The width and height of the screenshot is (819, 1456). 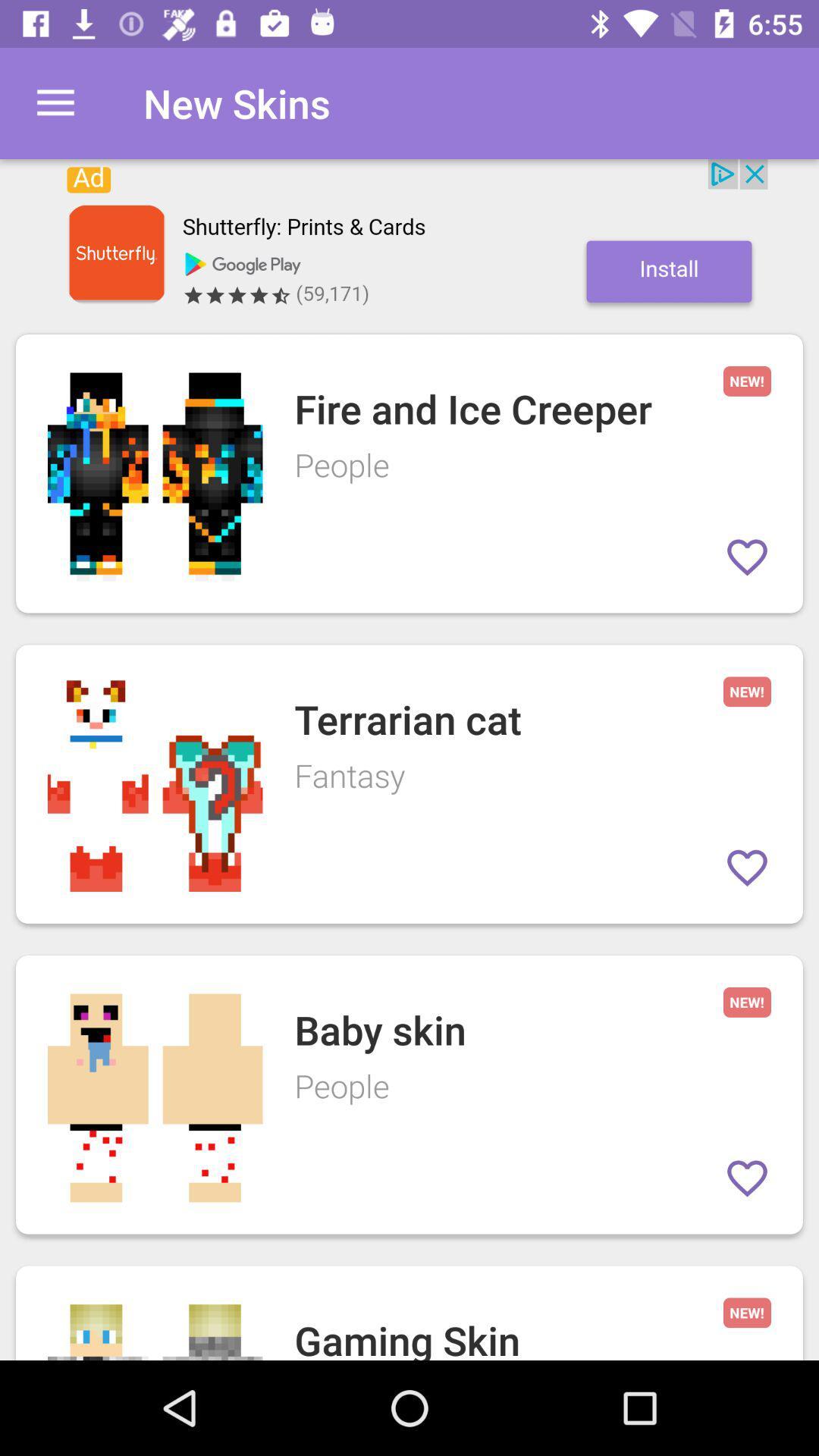 What do you see at coordinates (409, 238) in the screenshot?
I see `application` at bounding box center [409, 238].